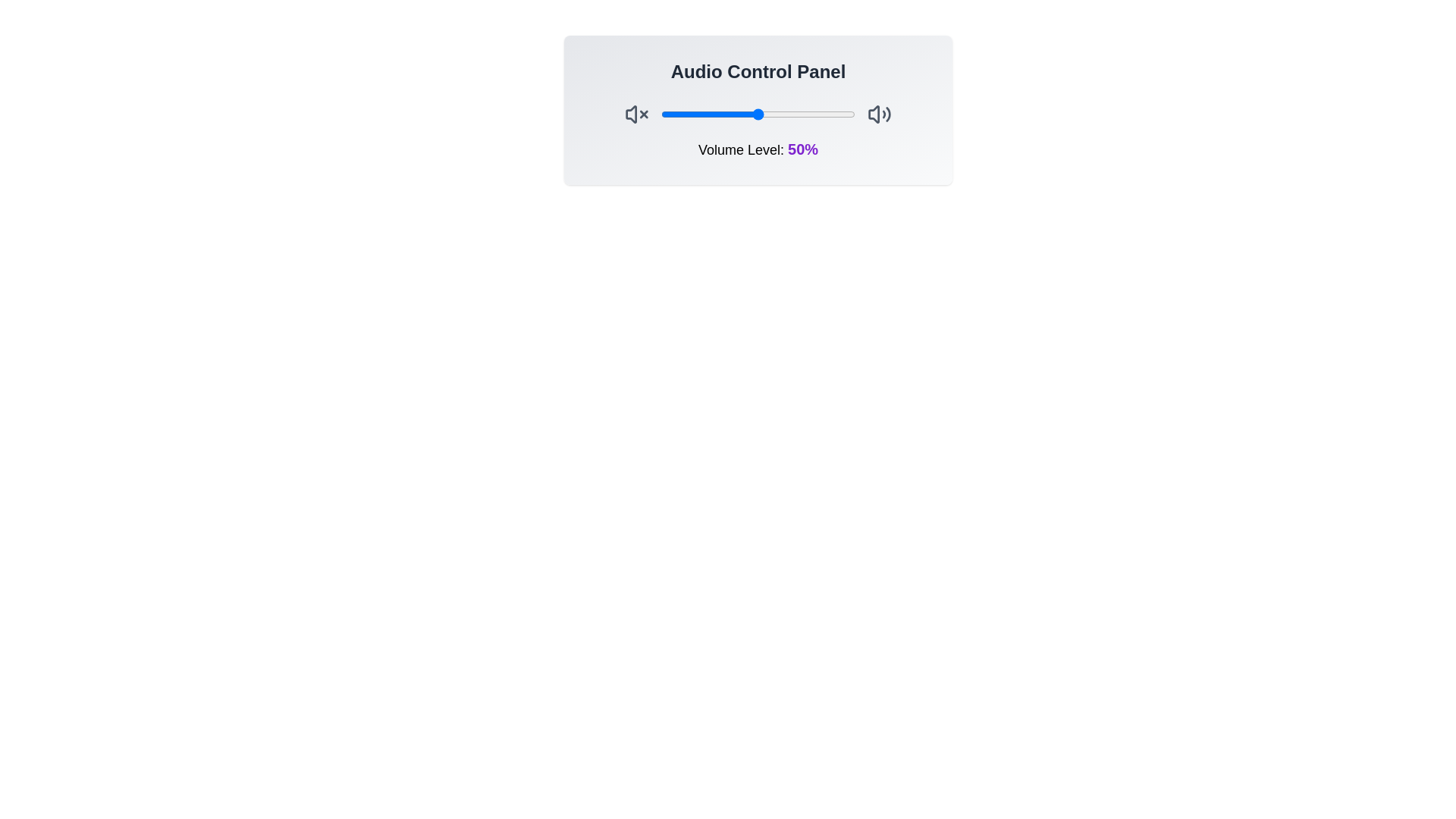 This screenshot has width=1456, height=819. Describe the element at coordinates (637, 113) in the screenshot. I see `the mute/unmute icon button, which resembles a speaker with an 'X' mark and is located on the leftmost side of the audio control panel` at that location.